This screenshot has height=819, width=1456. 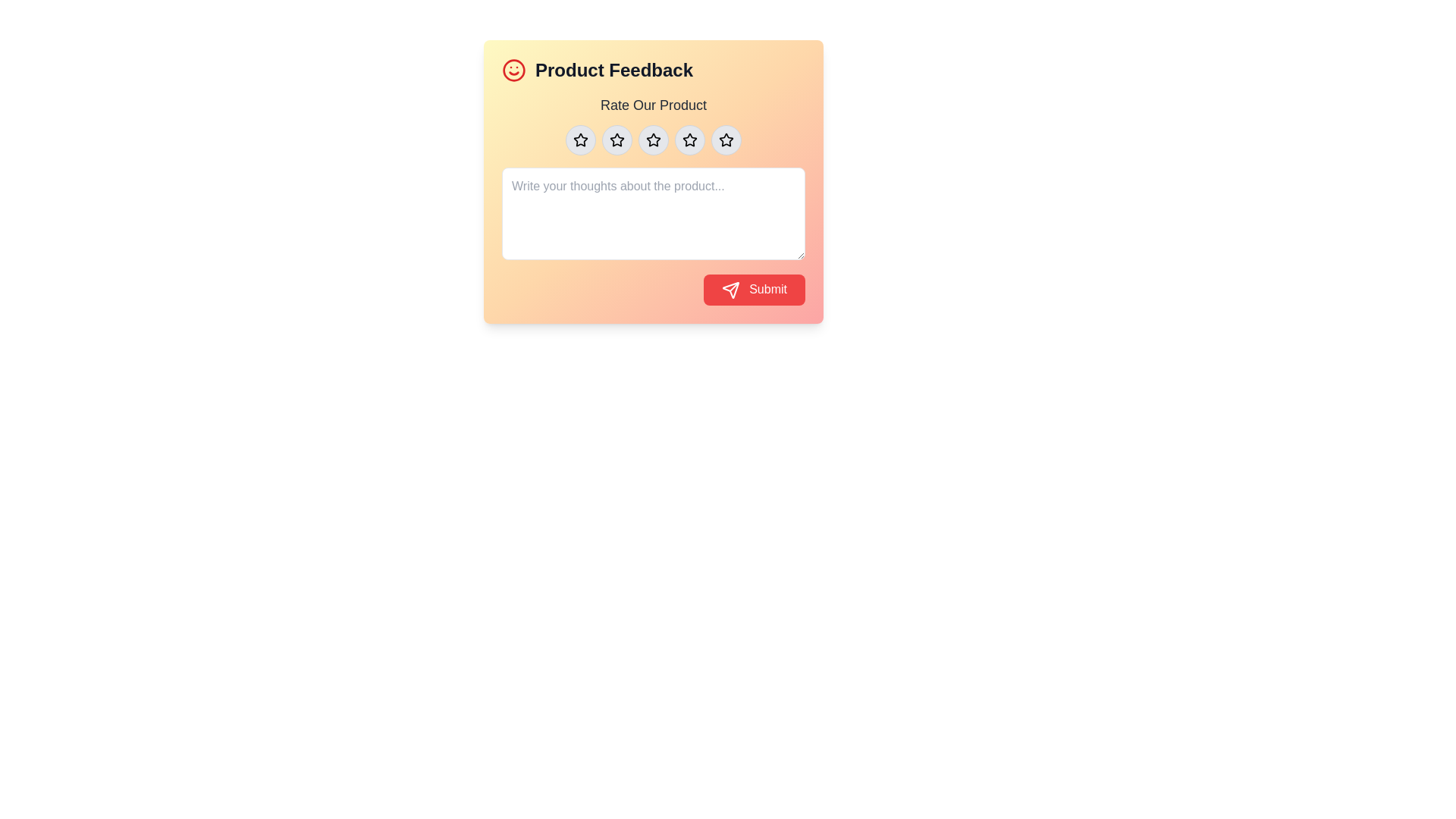 I want to click on the second star icon in the row of five star icons located below the 'Rate Our Product' label in the feedback form box, so click(x=617, y=140).